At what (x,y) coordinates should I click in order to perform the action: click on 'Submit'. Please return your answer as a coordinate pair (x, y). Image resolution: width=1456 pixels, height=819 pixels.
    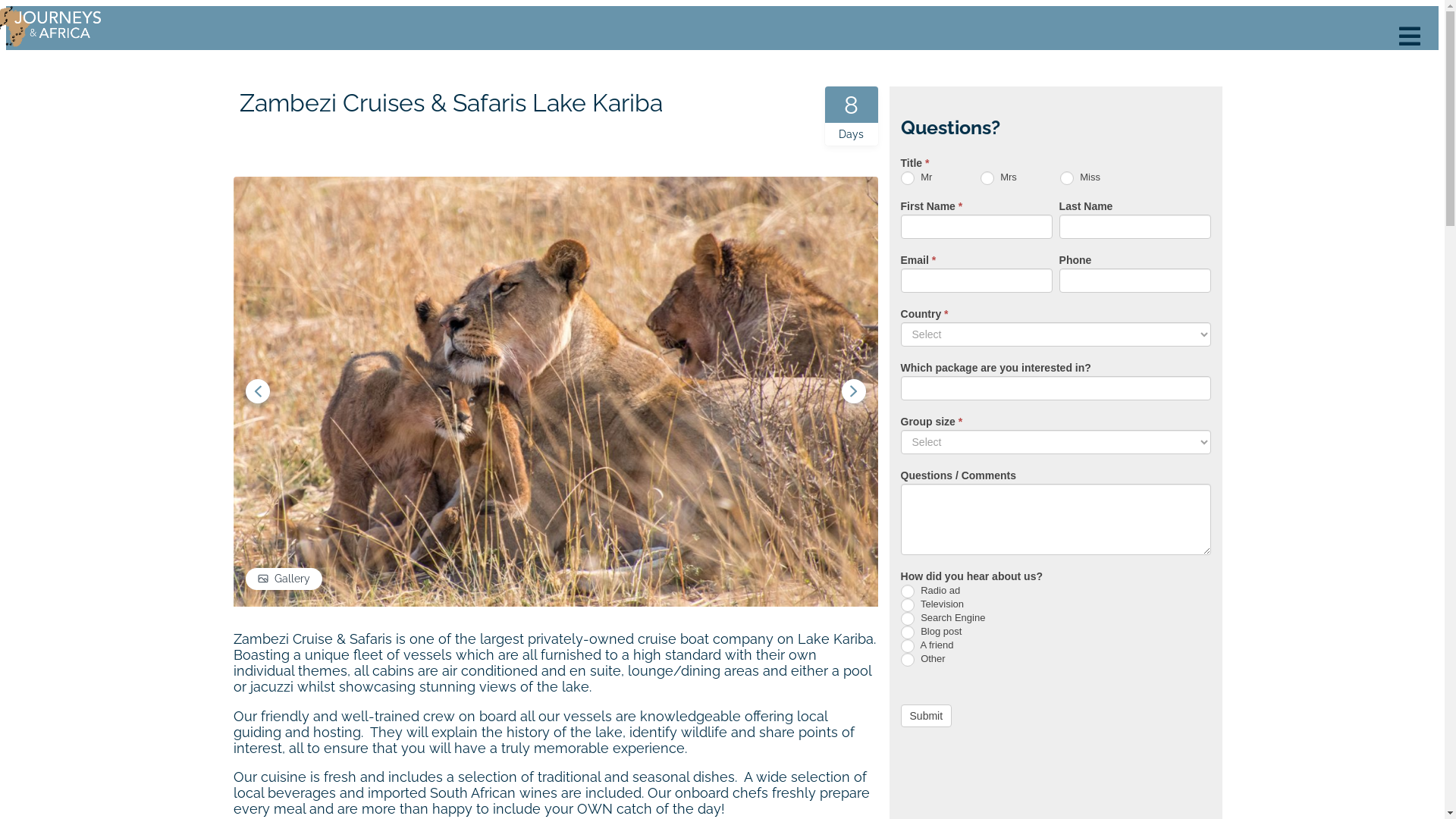
    Looking at the image, I should click on (901, 716).